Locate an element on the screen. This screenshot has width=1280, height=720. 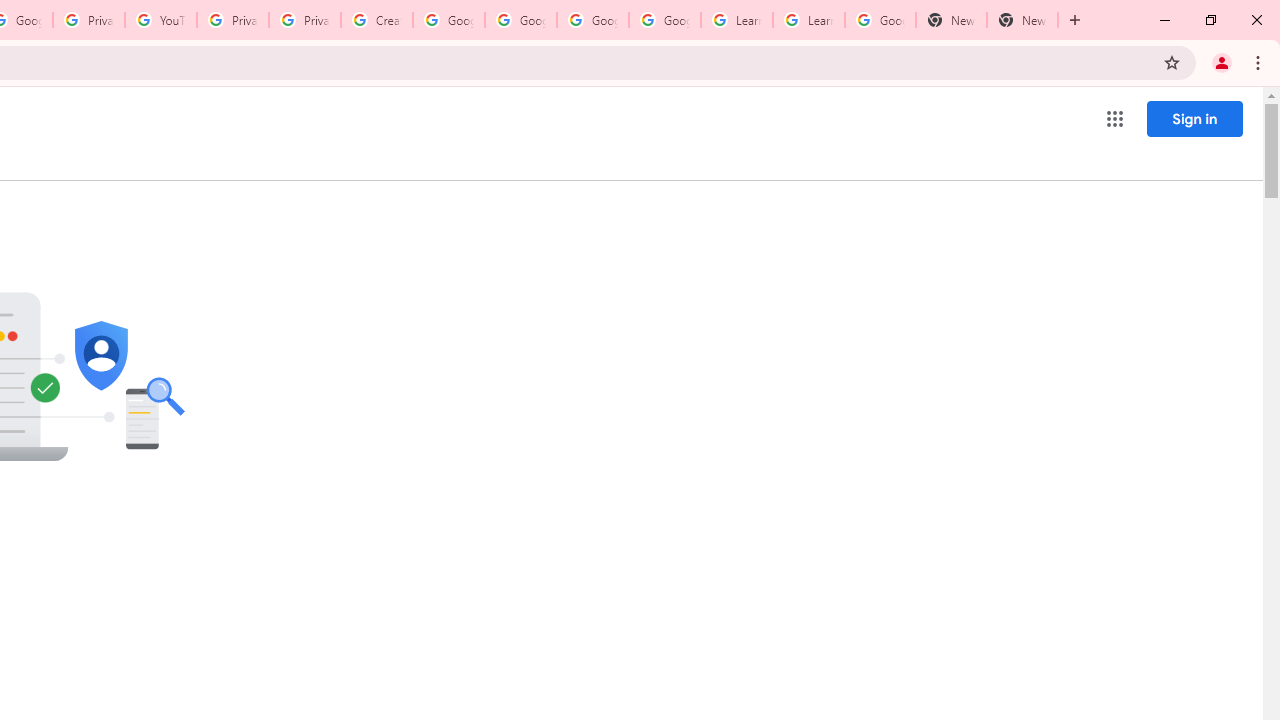
'New Tab' is located at coordinates (1022, 20).